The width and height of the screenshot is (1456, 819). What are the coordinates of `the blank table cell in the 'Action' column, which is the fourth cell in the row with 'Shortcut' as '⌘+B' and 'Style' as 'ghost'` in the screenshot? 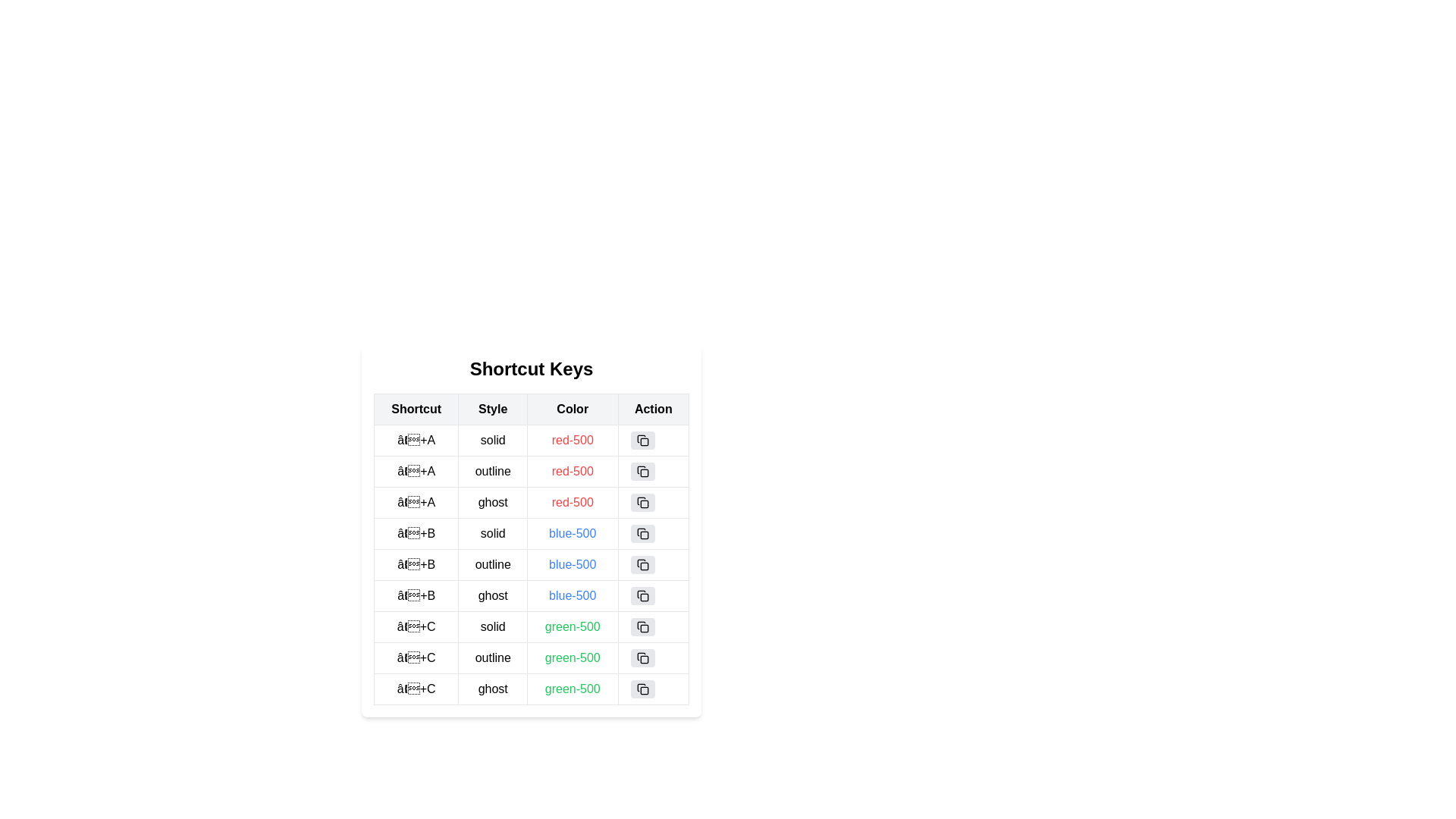 It's located at (653, 595).